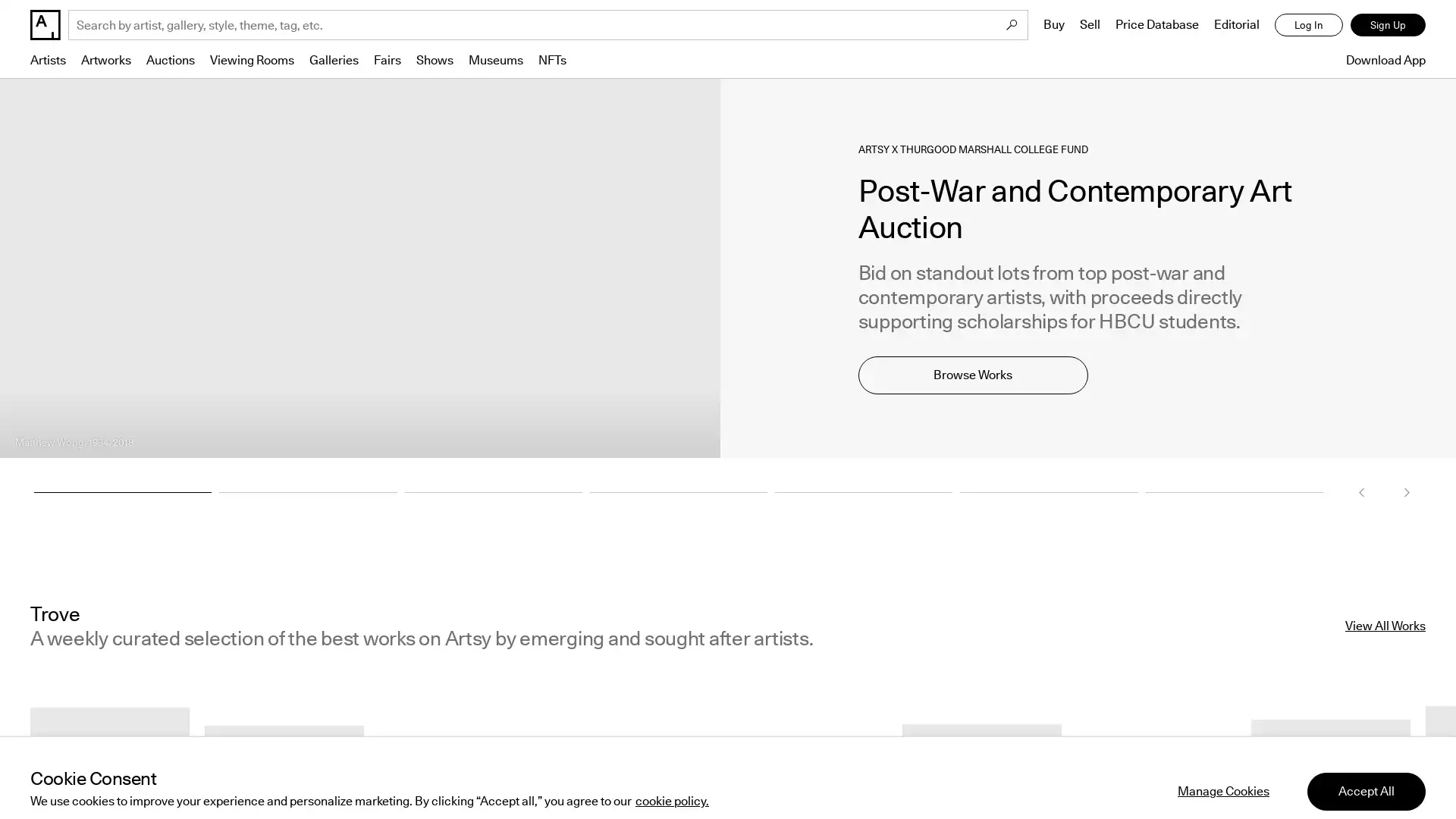 This screenshot has height=819, width=1456. What do you see at coordinates (1366, 769) in the screenshot?
I see `Accept All` at bounding box center [1366, 769].